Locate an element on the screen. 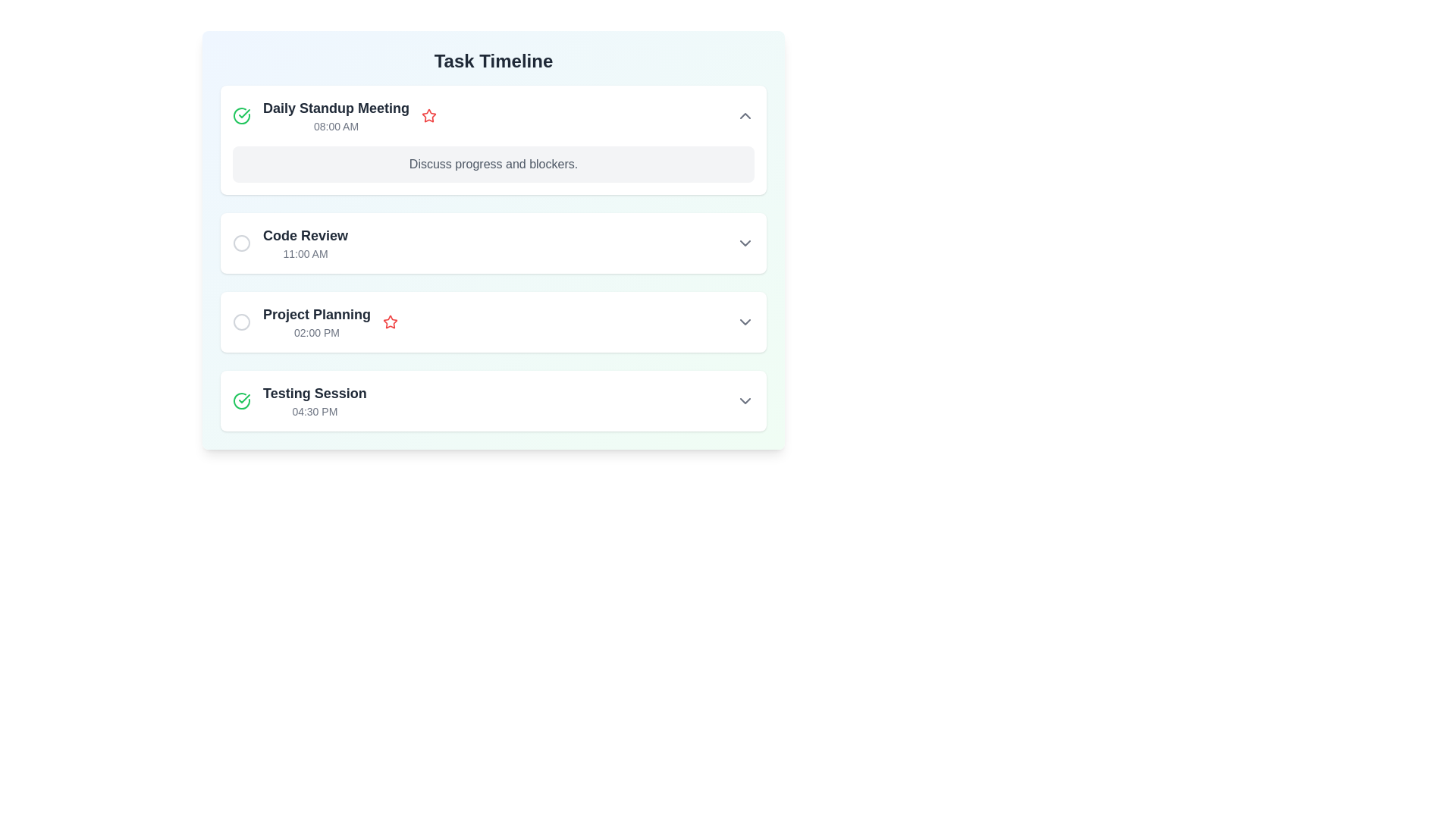 Image resolution: width=1456 pixels, height=819 pixels. the rightmost button in the 'Project Planning 02:00 PM' row is located at coordinates (745, 321).